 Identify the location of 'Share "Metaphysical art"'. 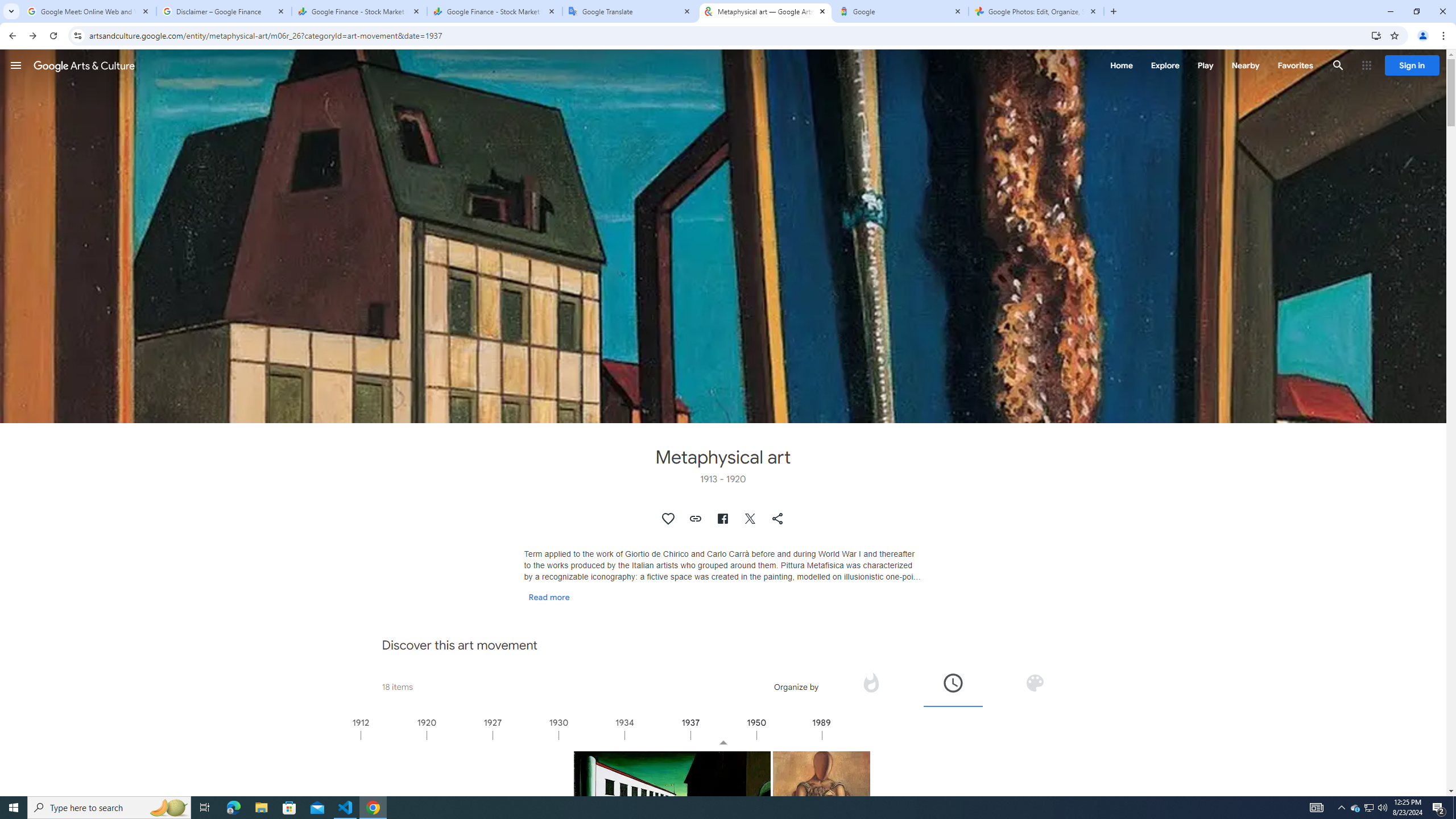
(777, 518).